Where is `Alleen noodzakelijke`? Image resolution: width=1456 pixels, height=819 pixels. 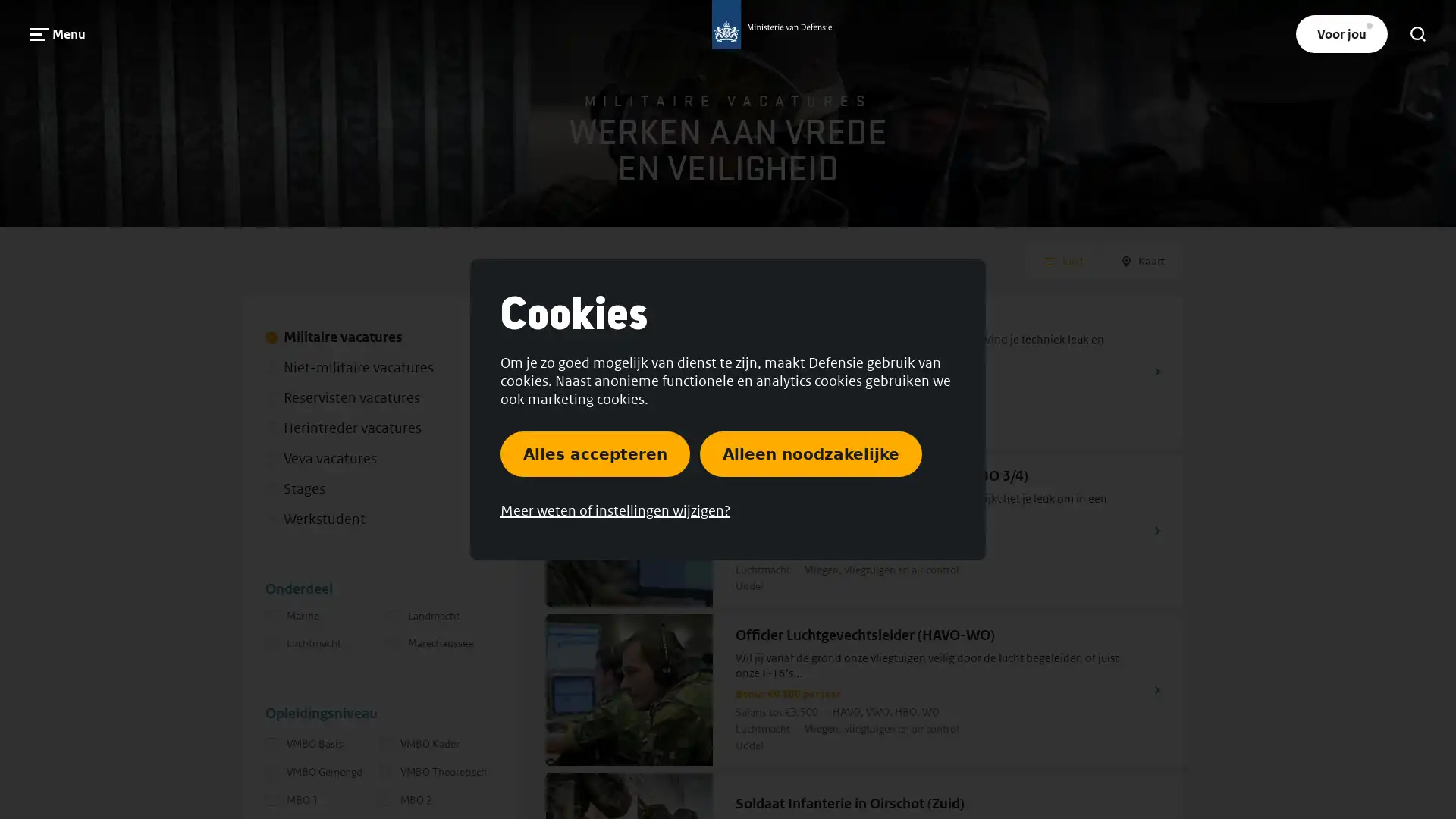
Alleen noodzakelijke is located at coordinates (810, 452).